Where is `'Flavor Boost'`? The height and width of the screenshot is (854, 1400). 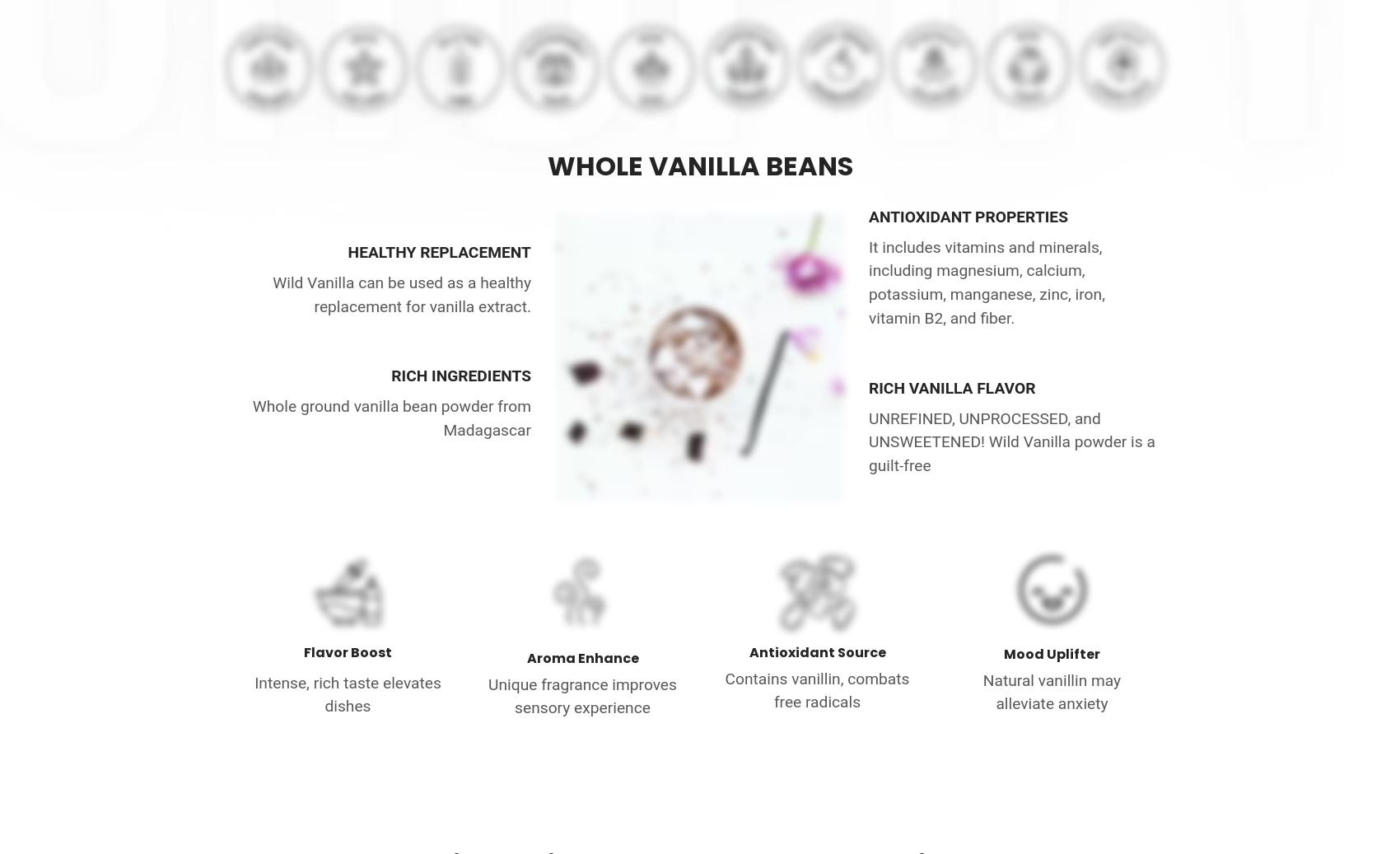 'Flavor Boost' is located at coordinates (347, 652).